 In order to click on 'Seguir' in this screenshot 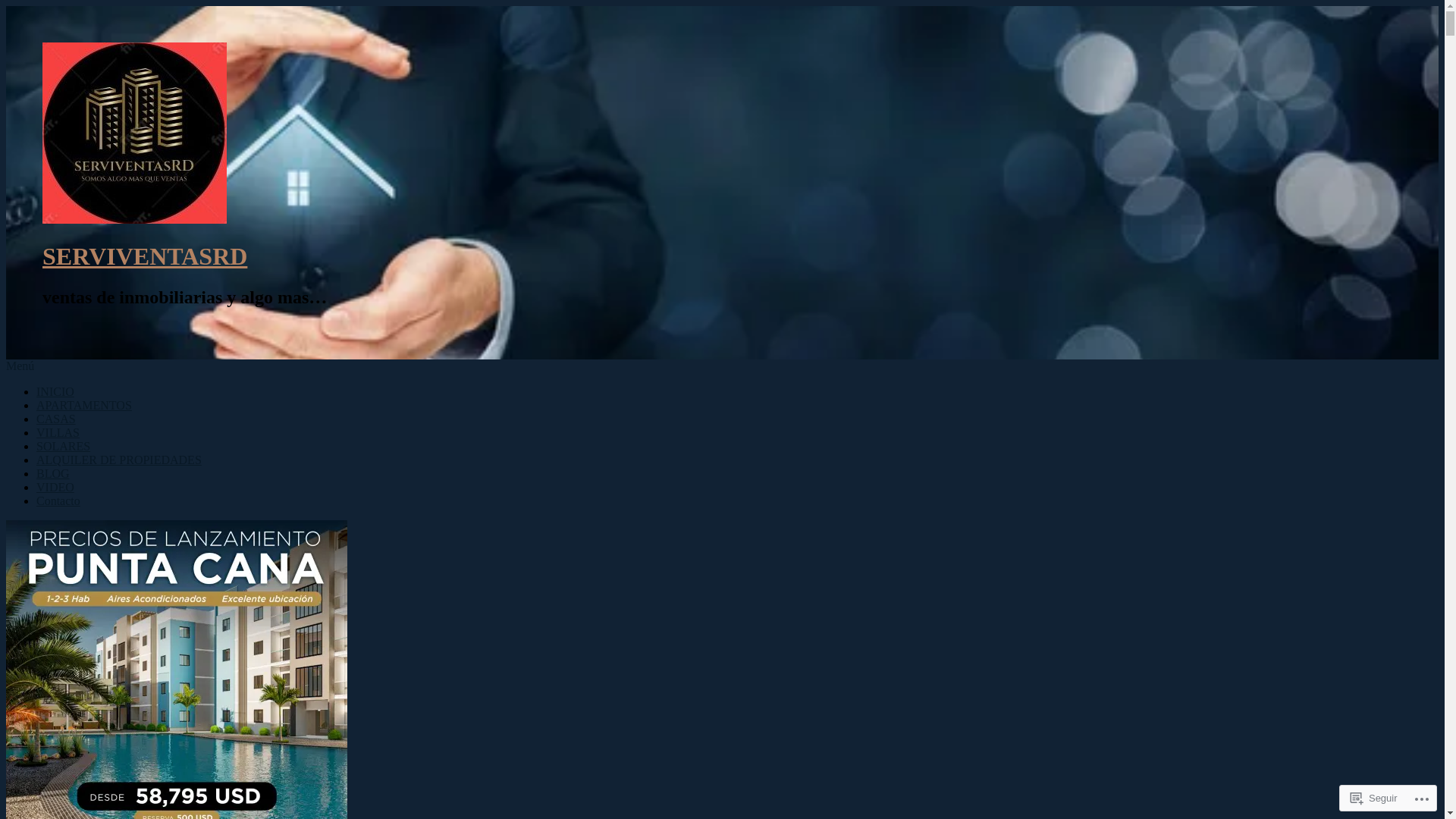, I will do `click(1374, 797)`.